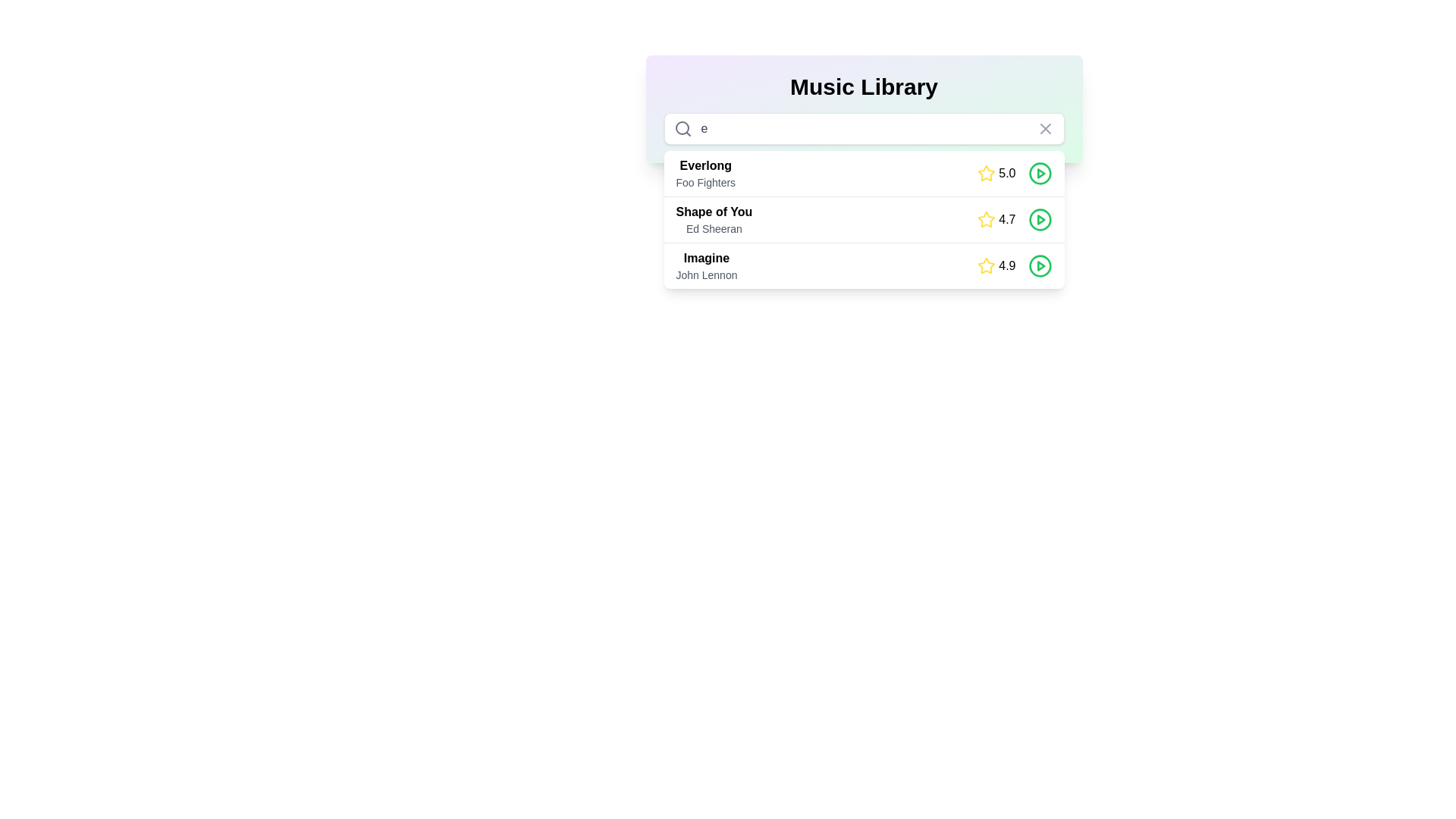  What do you see at coordinates (704, 172) in the screenshot?
I see `the text block displaying 'Everlong' by 'Foo Fighters'` at bounding box center [704, 172].